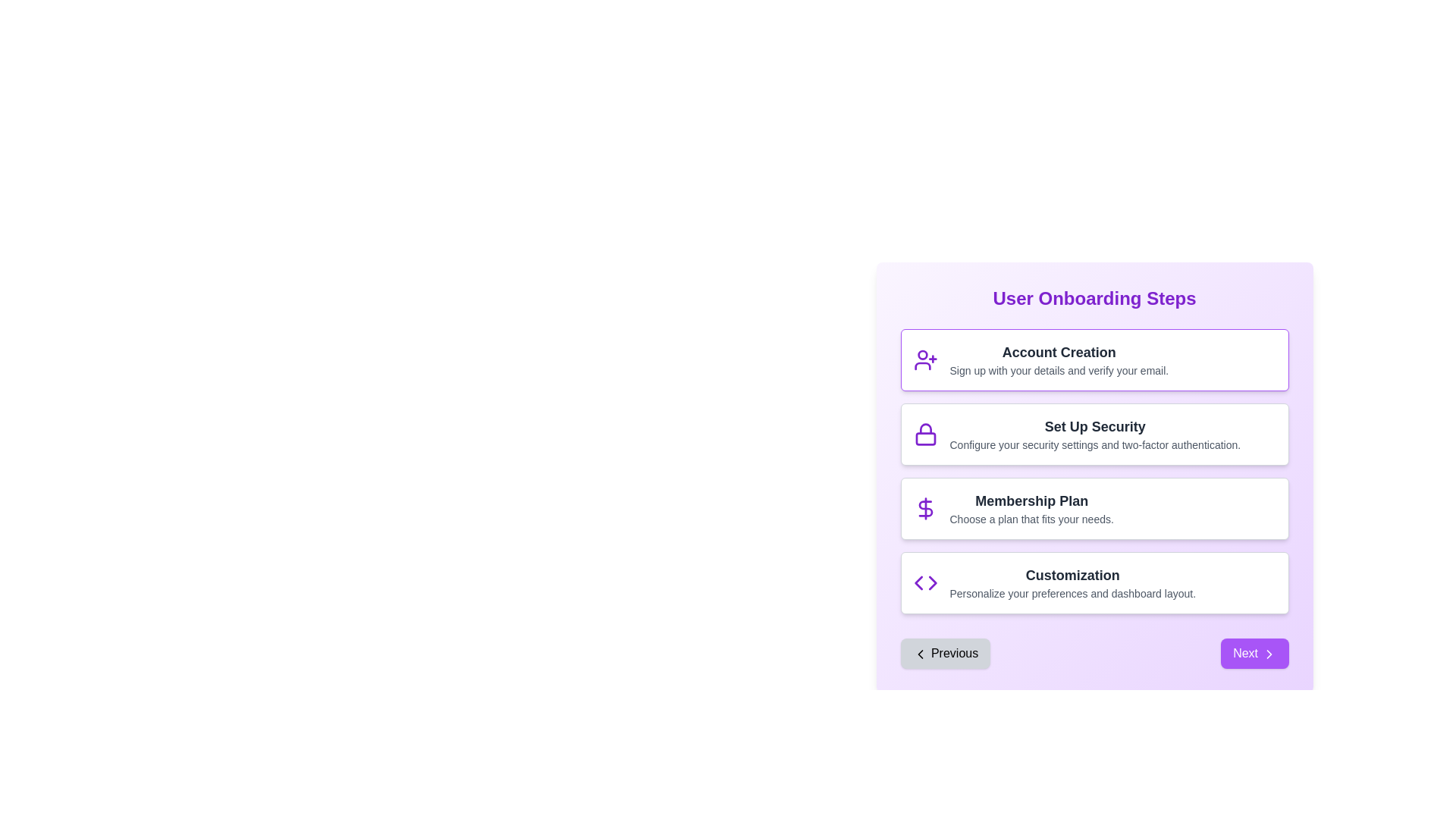 Image resolution: width=1456 pixels, height=819 pixels. What do you see at coordinates (1072, 593) in the screenshot?
I see `descriptive text located under the title 'Customization' in the fourth onboarding step of the interface, styled in smaller light gray font` at bounding box center [1072, 593].